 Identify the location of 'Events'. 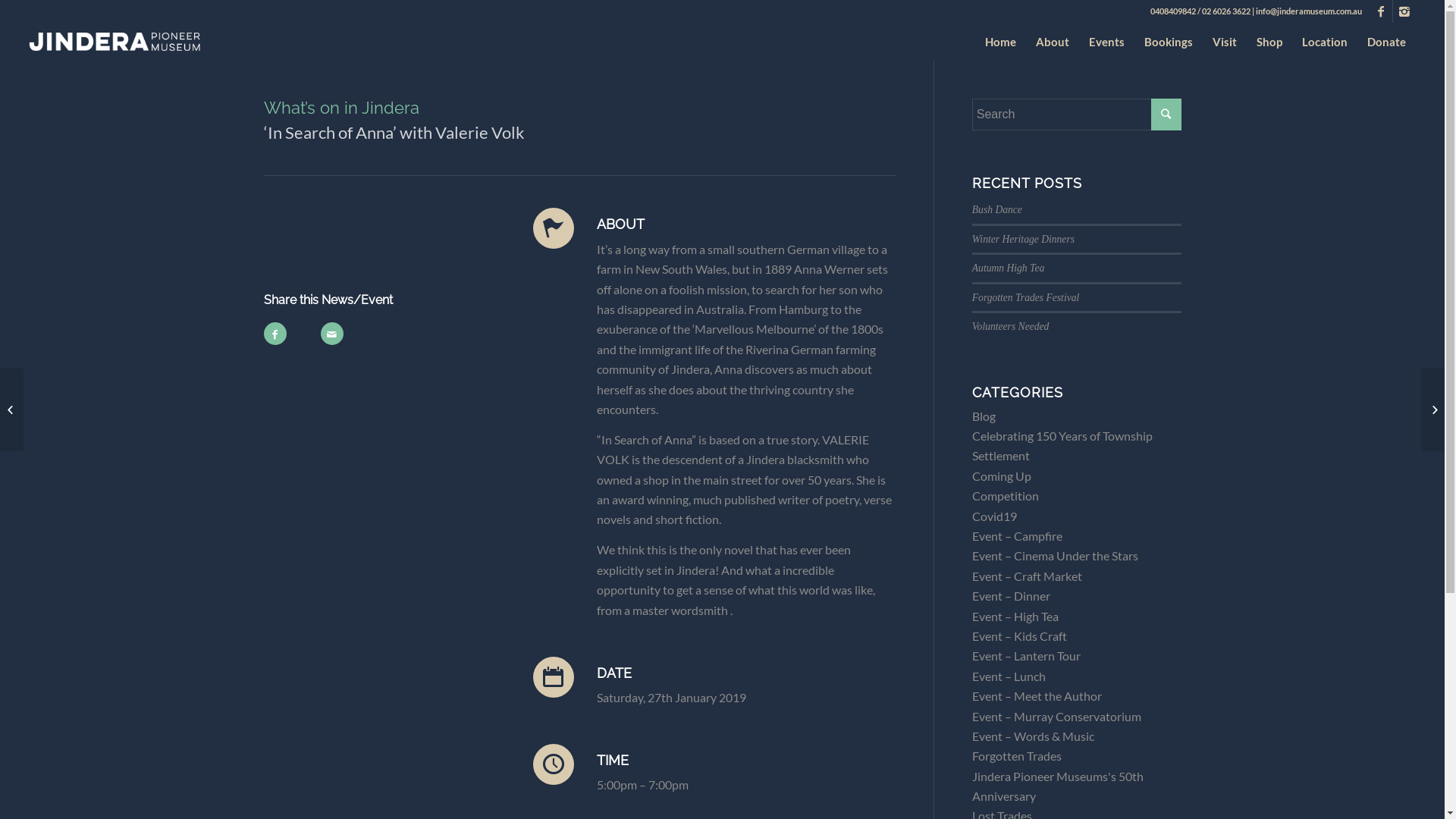
(1106, 40).